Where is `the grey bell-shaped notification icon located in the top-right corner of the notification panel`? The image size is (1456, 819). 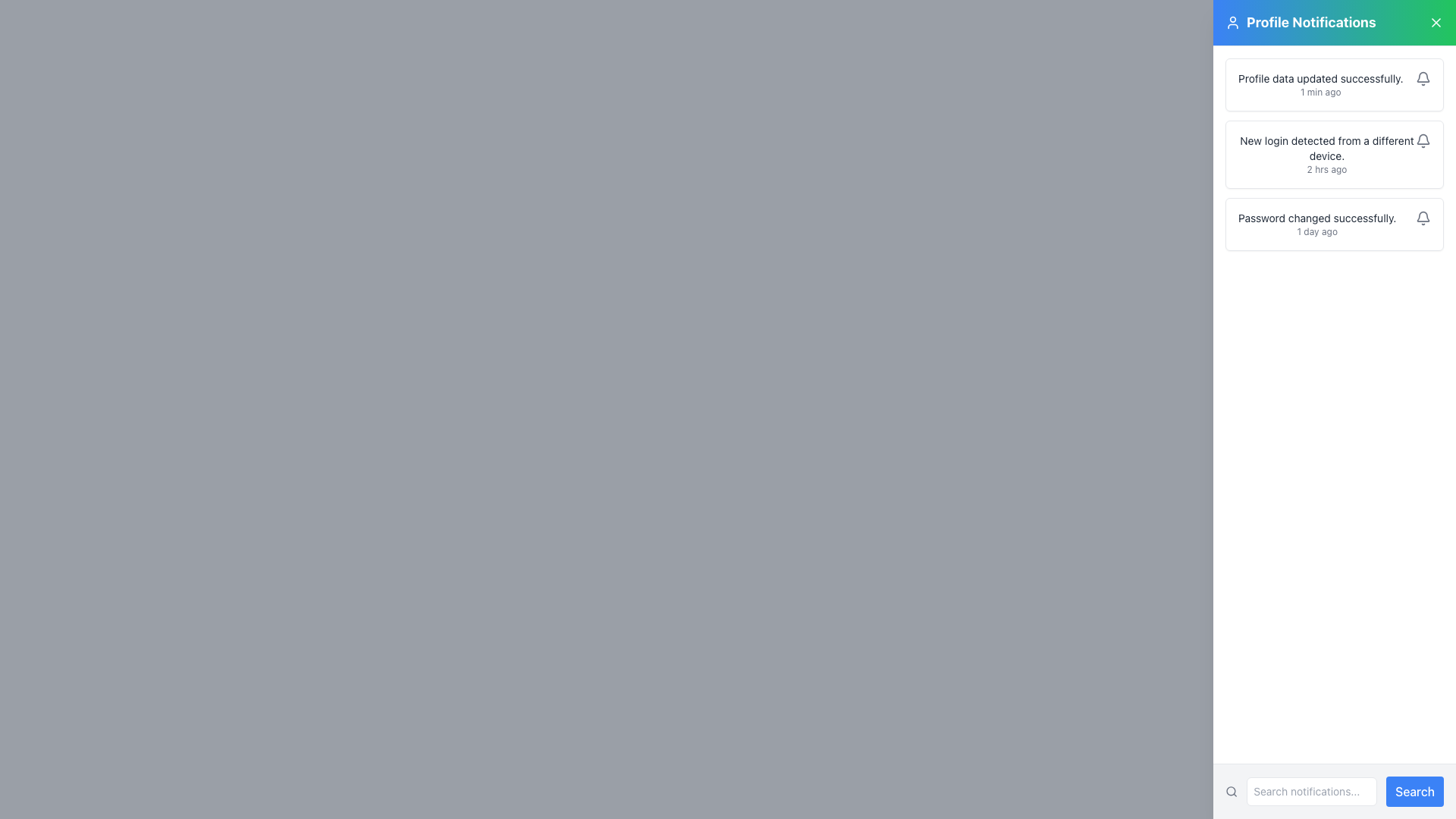 the grey bell-shaped notification icon located in the top-right corner of the notification panel is located at coordinates (1422, 216).